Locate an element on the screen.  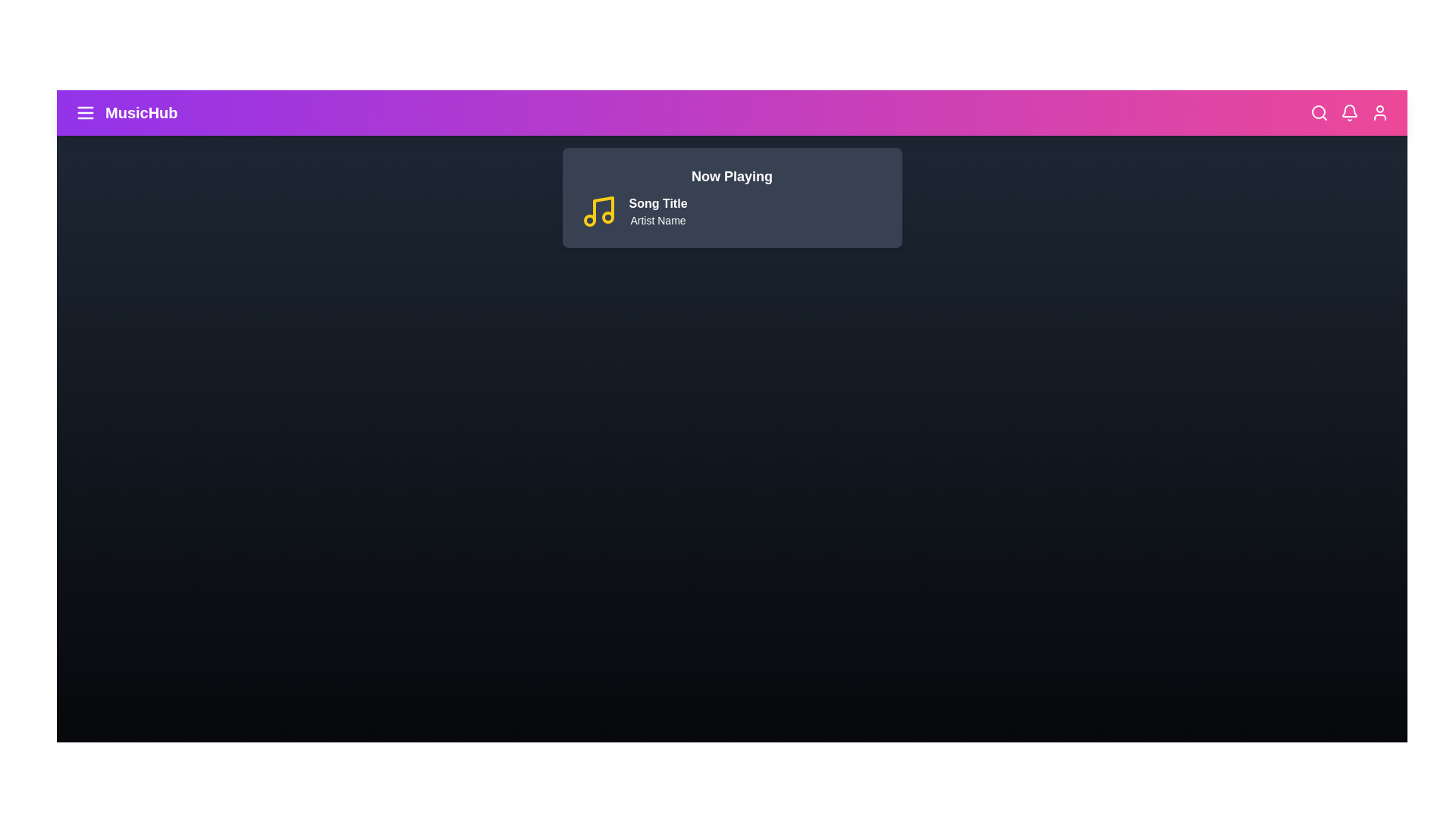
the search icon to navigate to its functionality is located at coordinates (1318, 112).